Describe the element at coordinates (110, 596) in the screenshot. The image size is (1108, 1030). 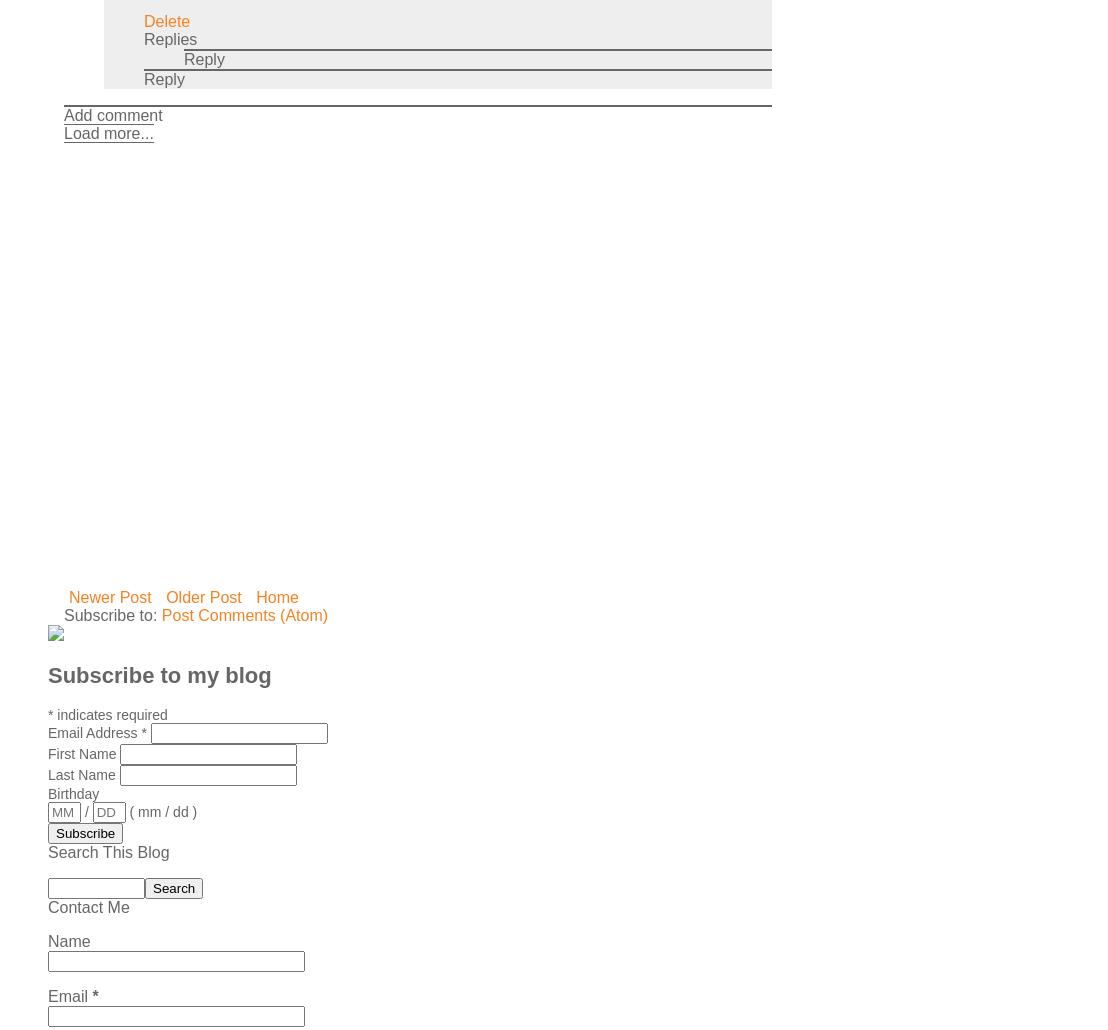
I see `'Newer Post'` at that location.